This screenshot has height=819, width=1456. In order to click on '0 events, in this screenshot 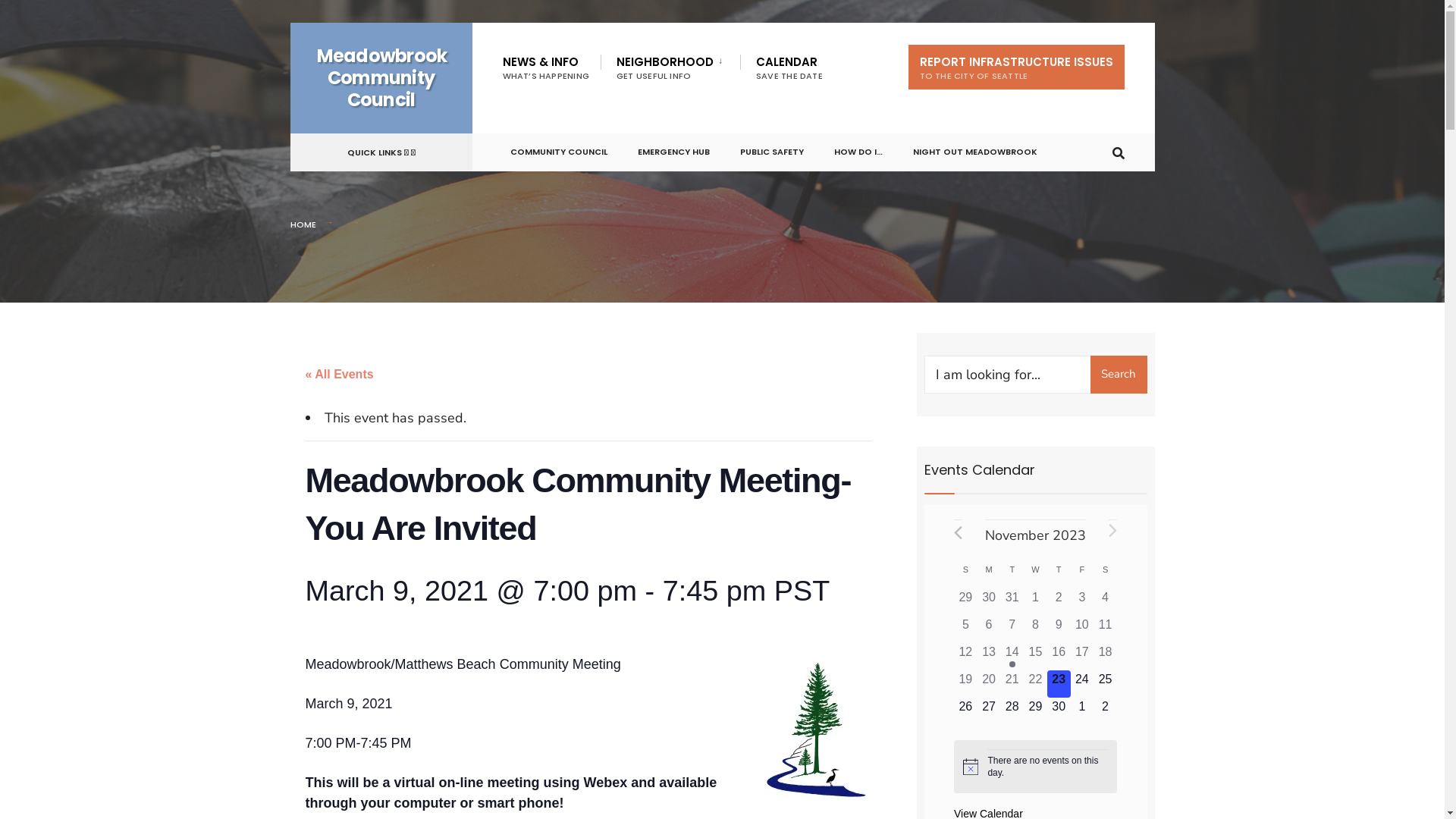, I will do `click(1058, 684)`.